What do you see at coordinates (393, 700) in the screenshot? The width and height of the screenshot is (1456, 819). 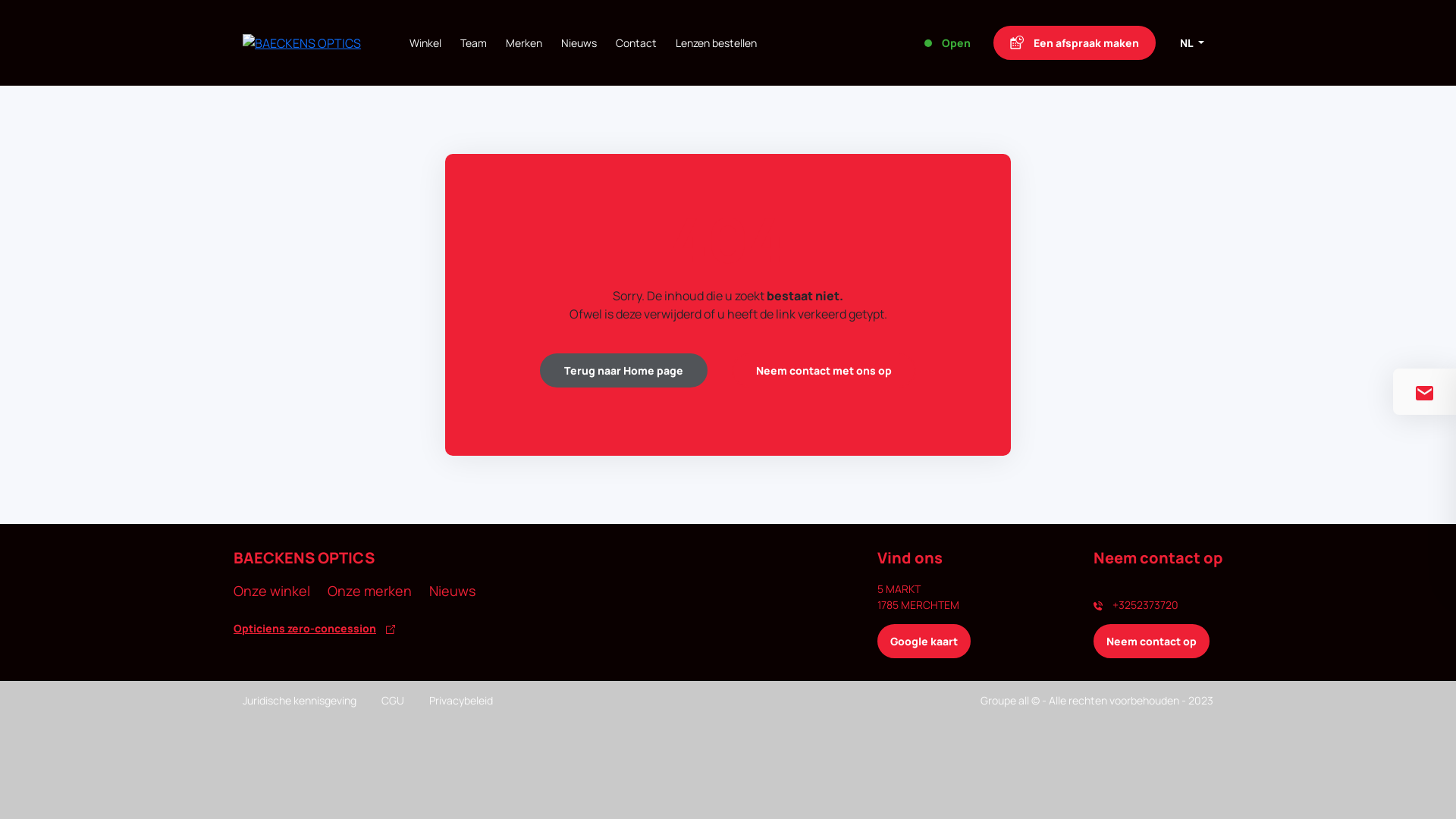 I see `'CGU'` at bounding box center [393, 700].